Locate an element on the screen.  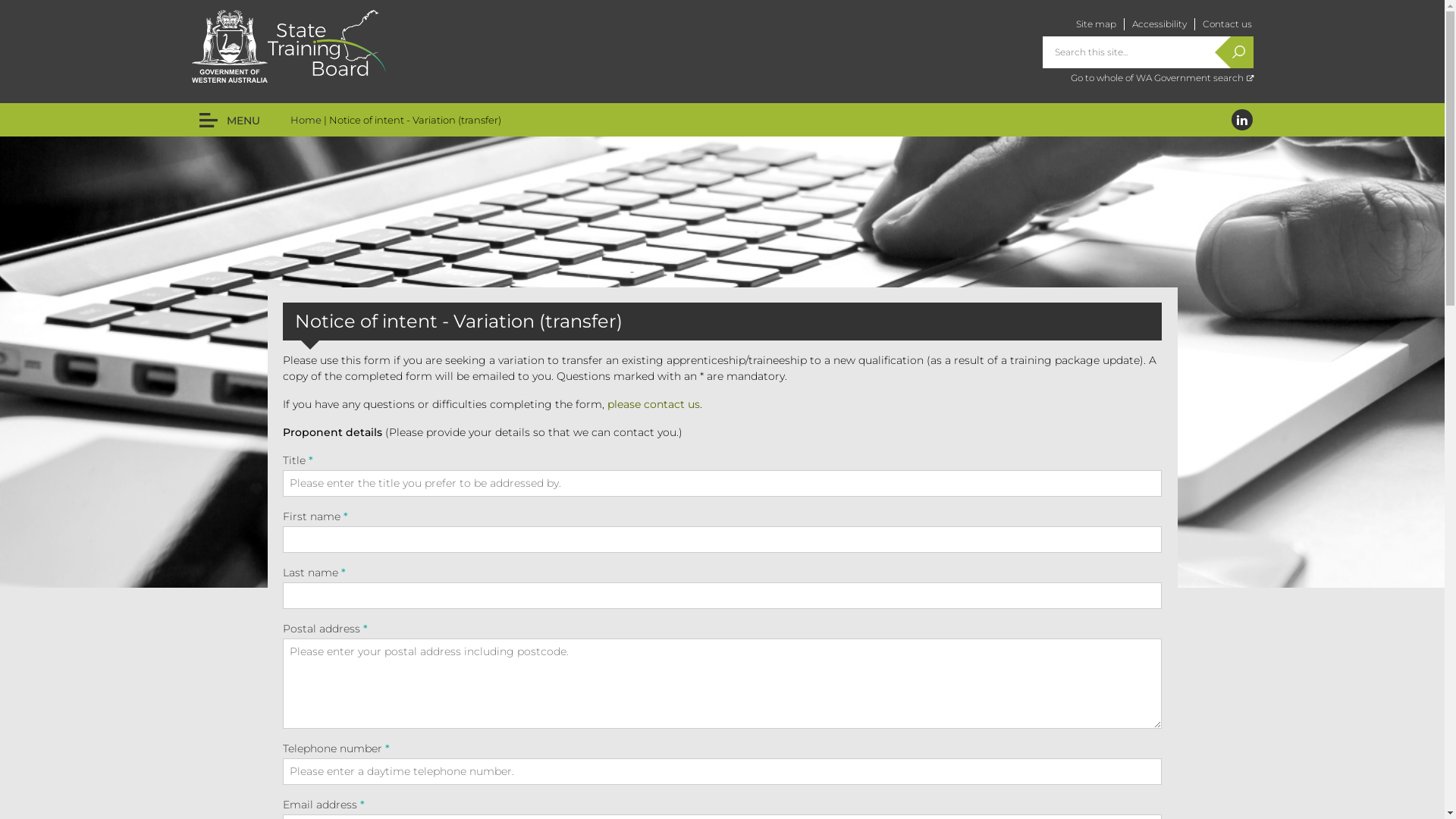
'Go to whole of WA Government search' is located at coordinates (1161, 77).